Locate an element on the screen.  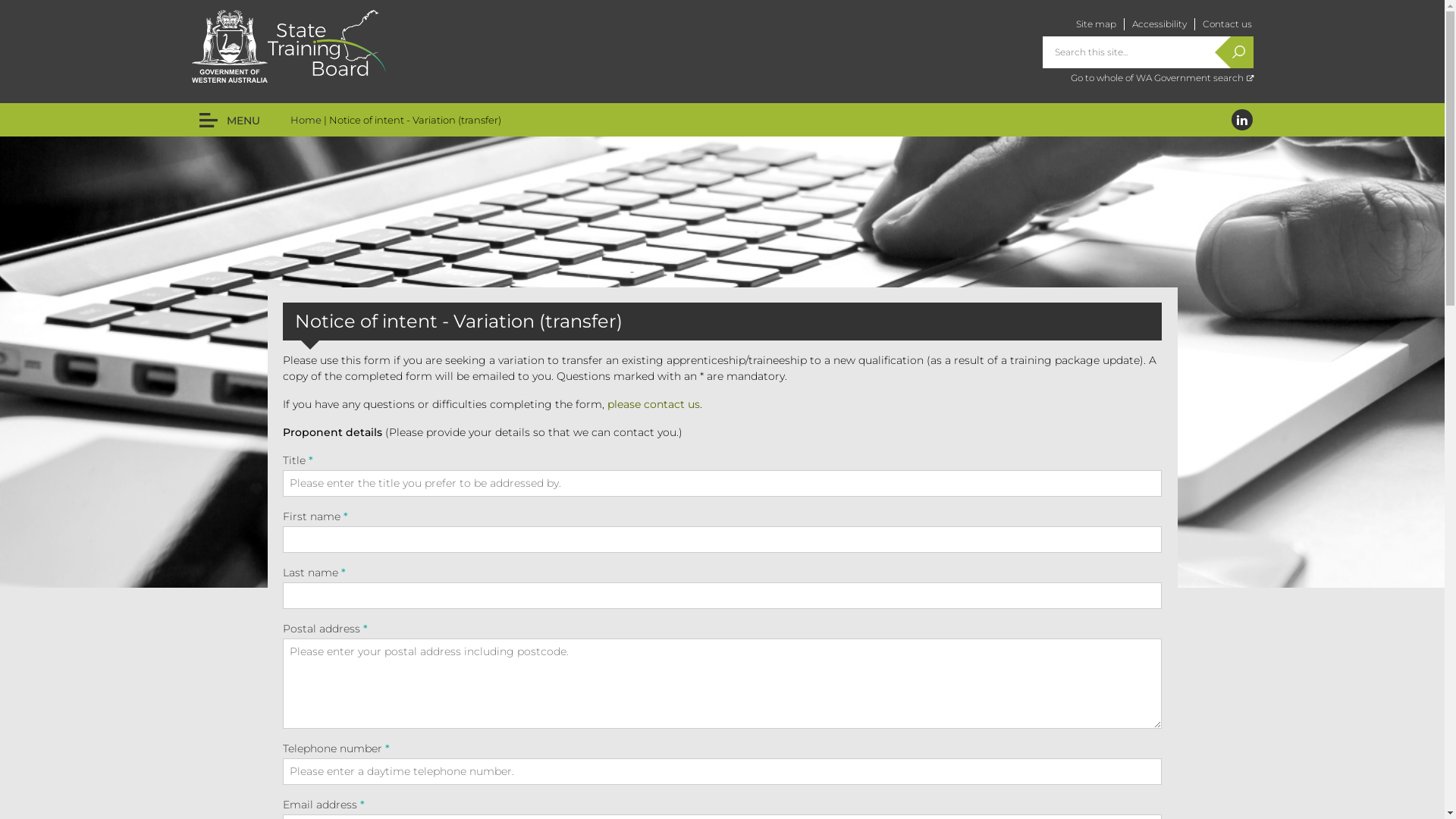
'Go to whole of WA Government search' is located at coordinates (1161, 77).